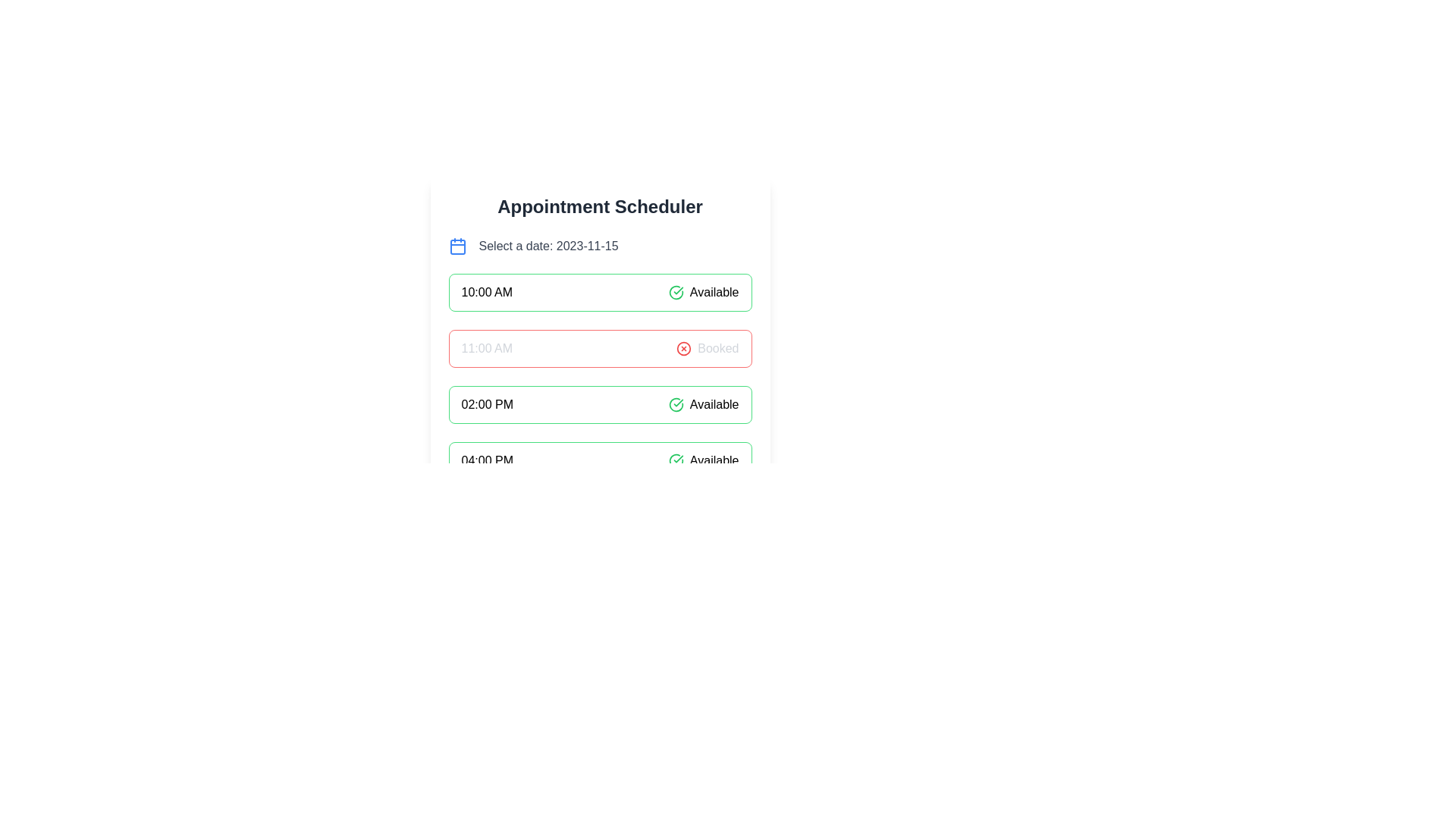 The width and height of the screenshot is (1456, 819). Describe the element at coordinates (599, 403) in the screenshot. I see `the available time slot positioned as the third item in a vertical list of four time slots for appointment selection` at that location.